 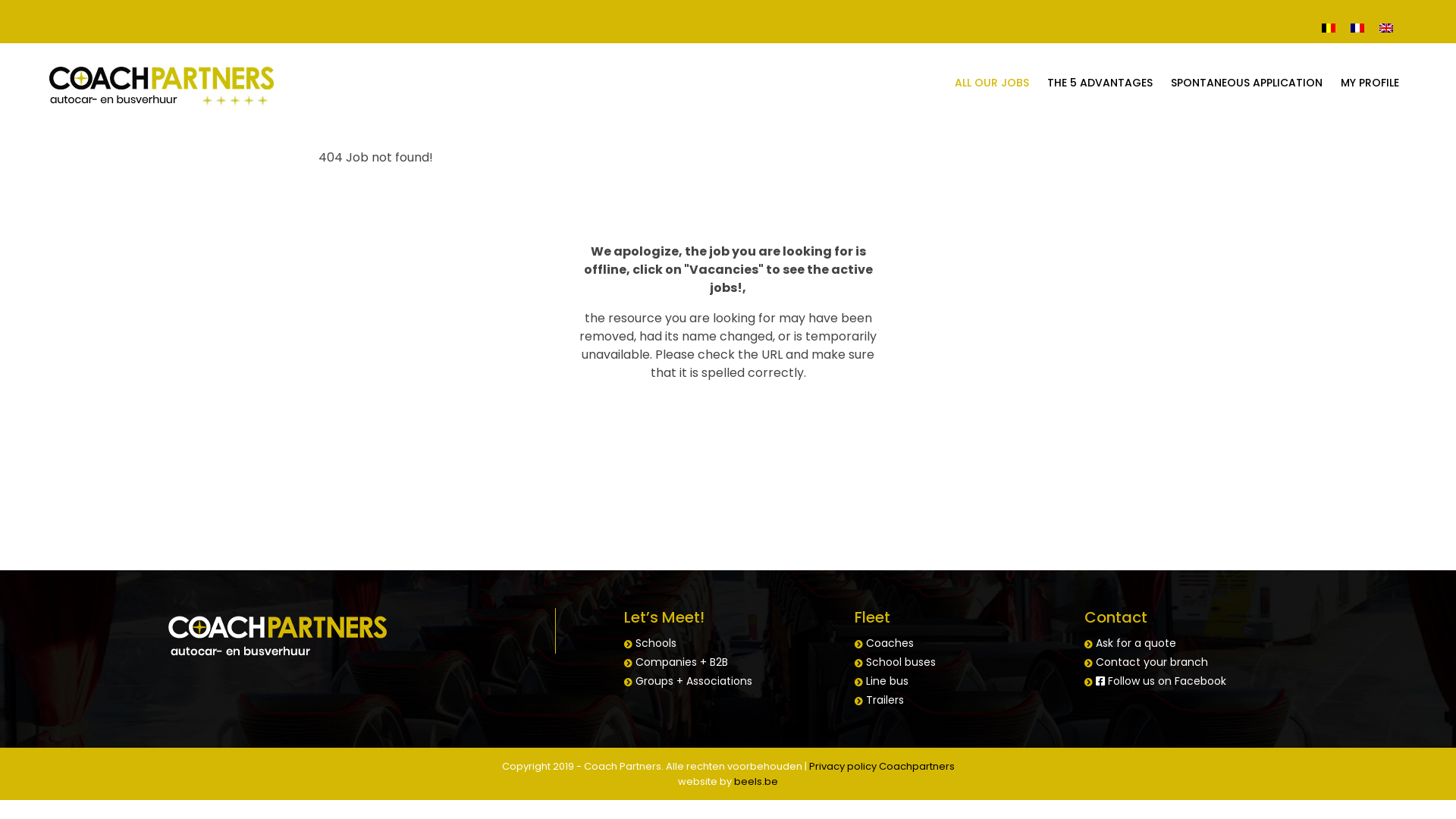 I want to click on 'THE 5 ADVANTAGES', so click(x=1100, y=82).